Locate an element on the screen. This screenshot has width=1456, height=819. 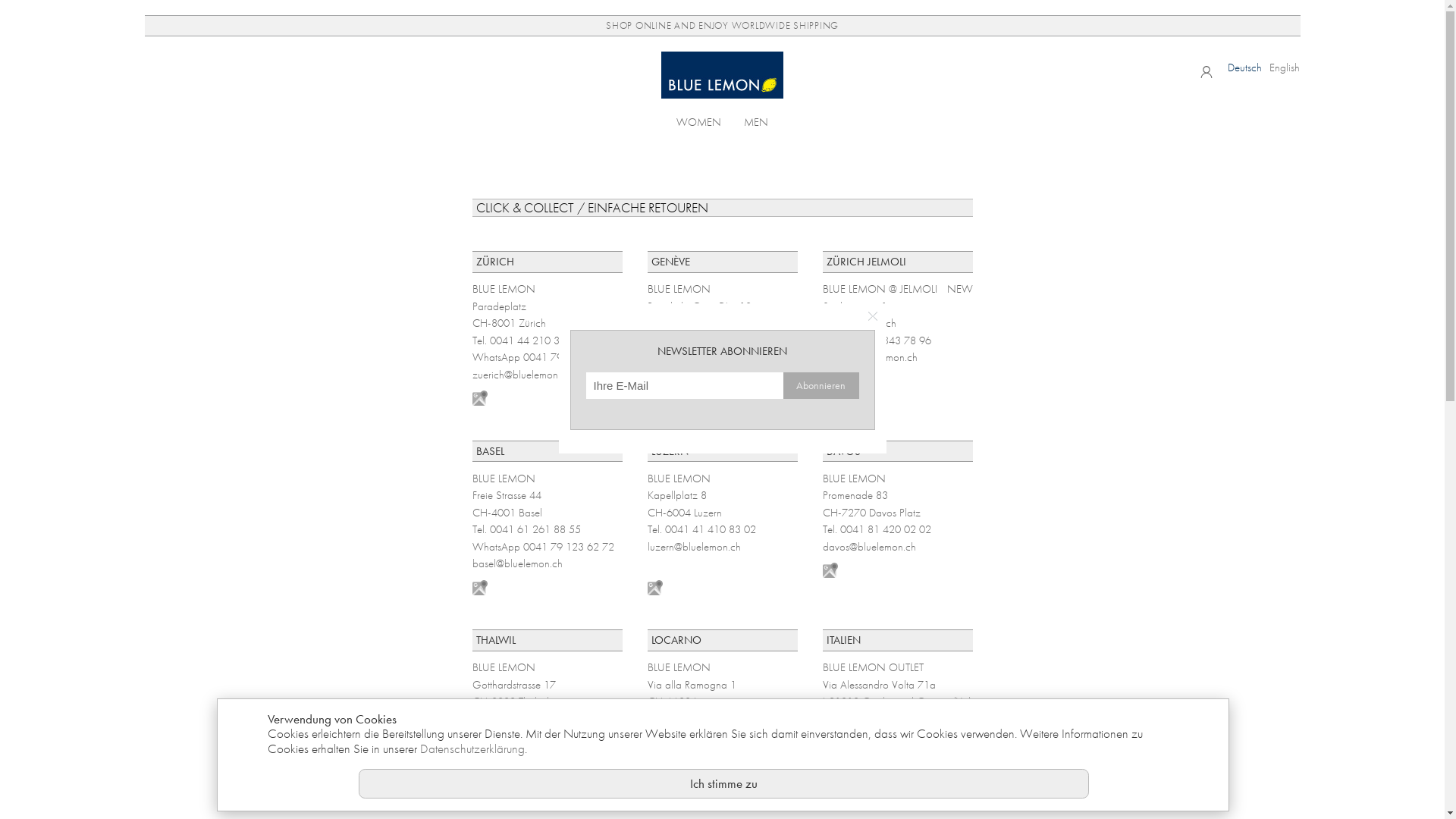
'luzern@bluelemon.ch' is located at coordinates (693, 546).